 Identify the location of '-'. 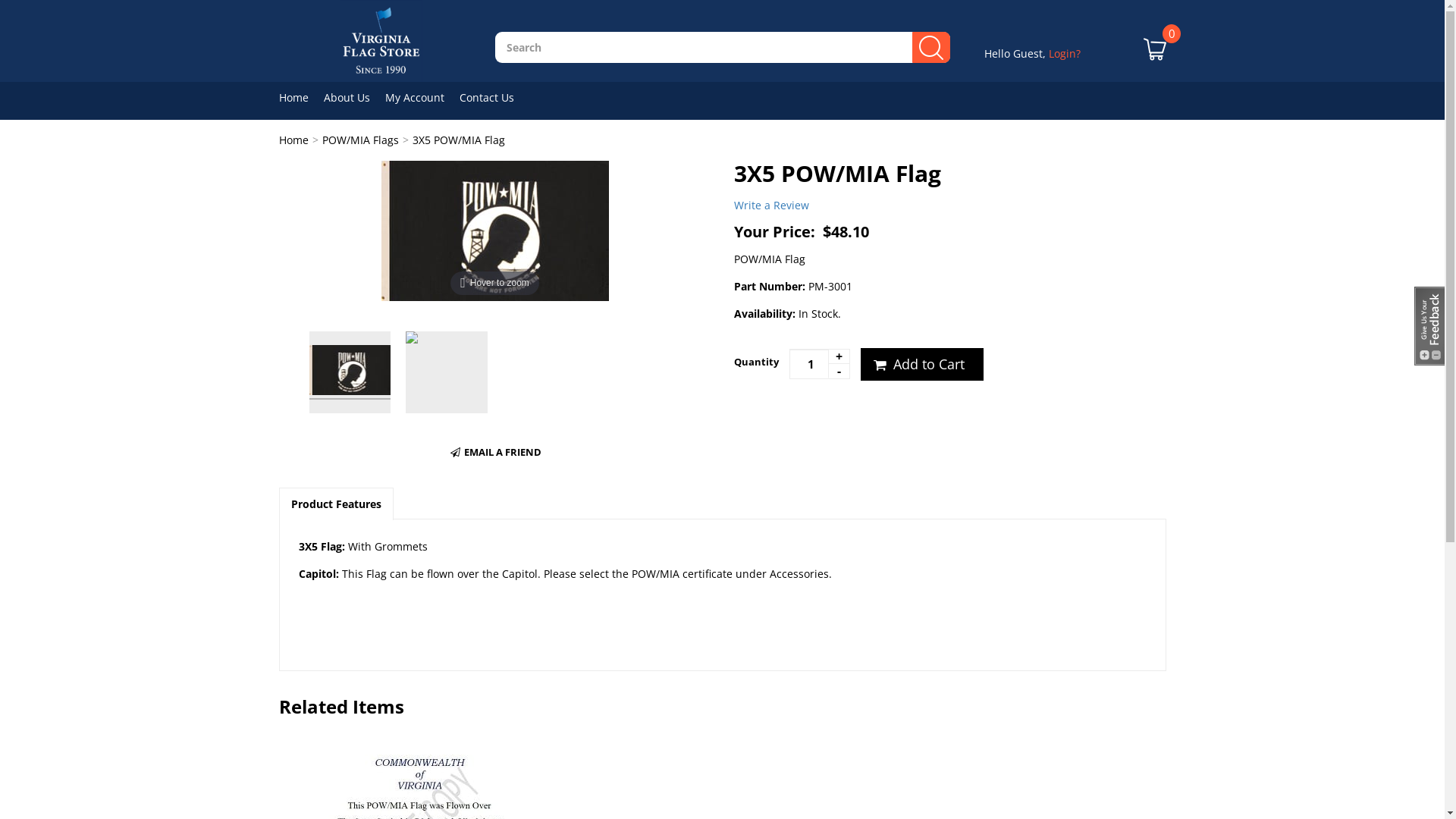
(837, 371).